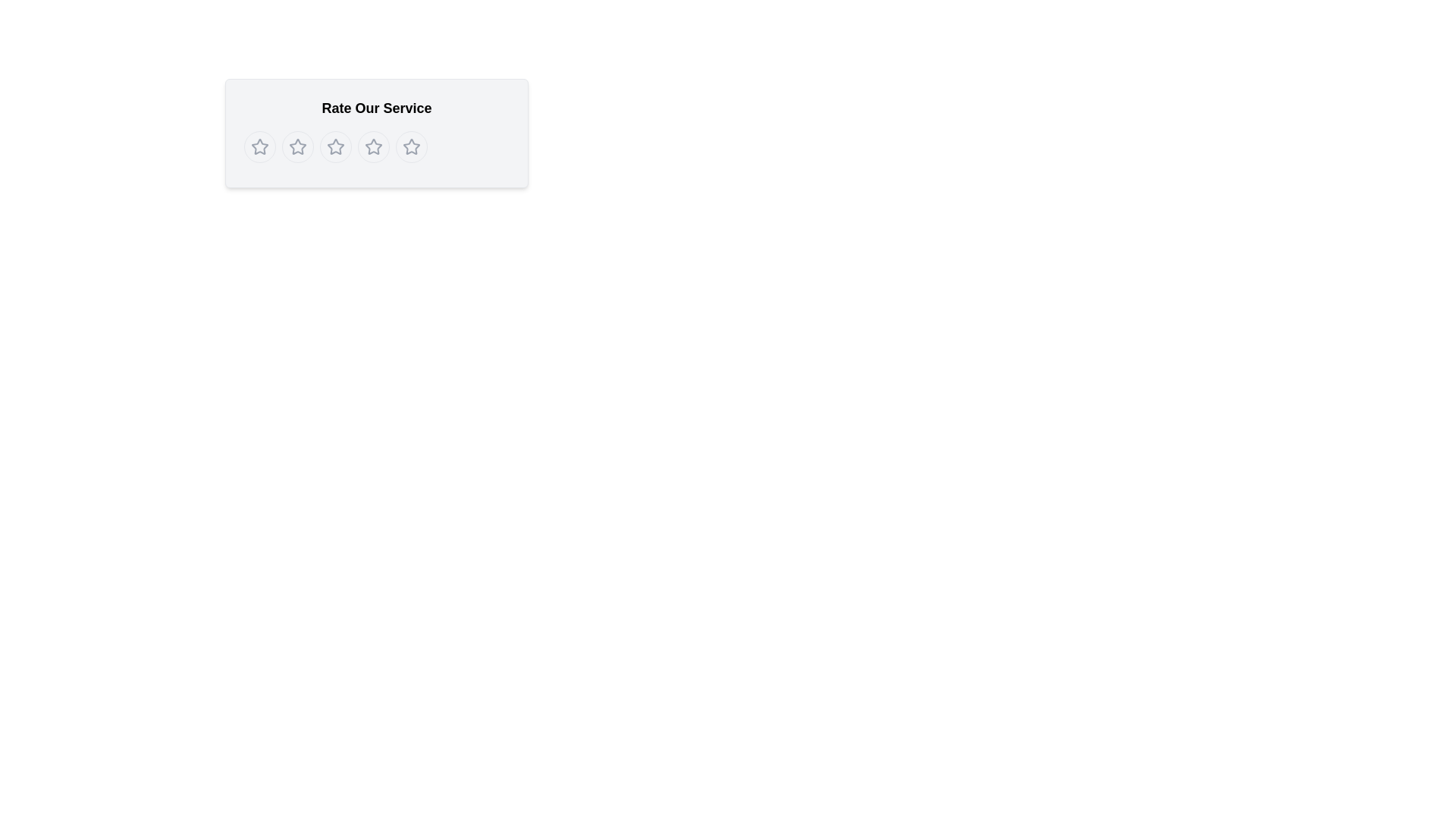  What do you see at coordinates (411, 146) in the screenshot?
I see `the fifth star icon in the 5-star rating system` at bounding box center [411, 146].